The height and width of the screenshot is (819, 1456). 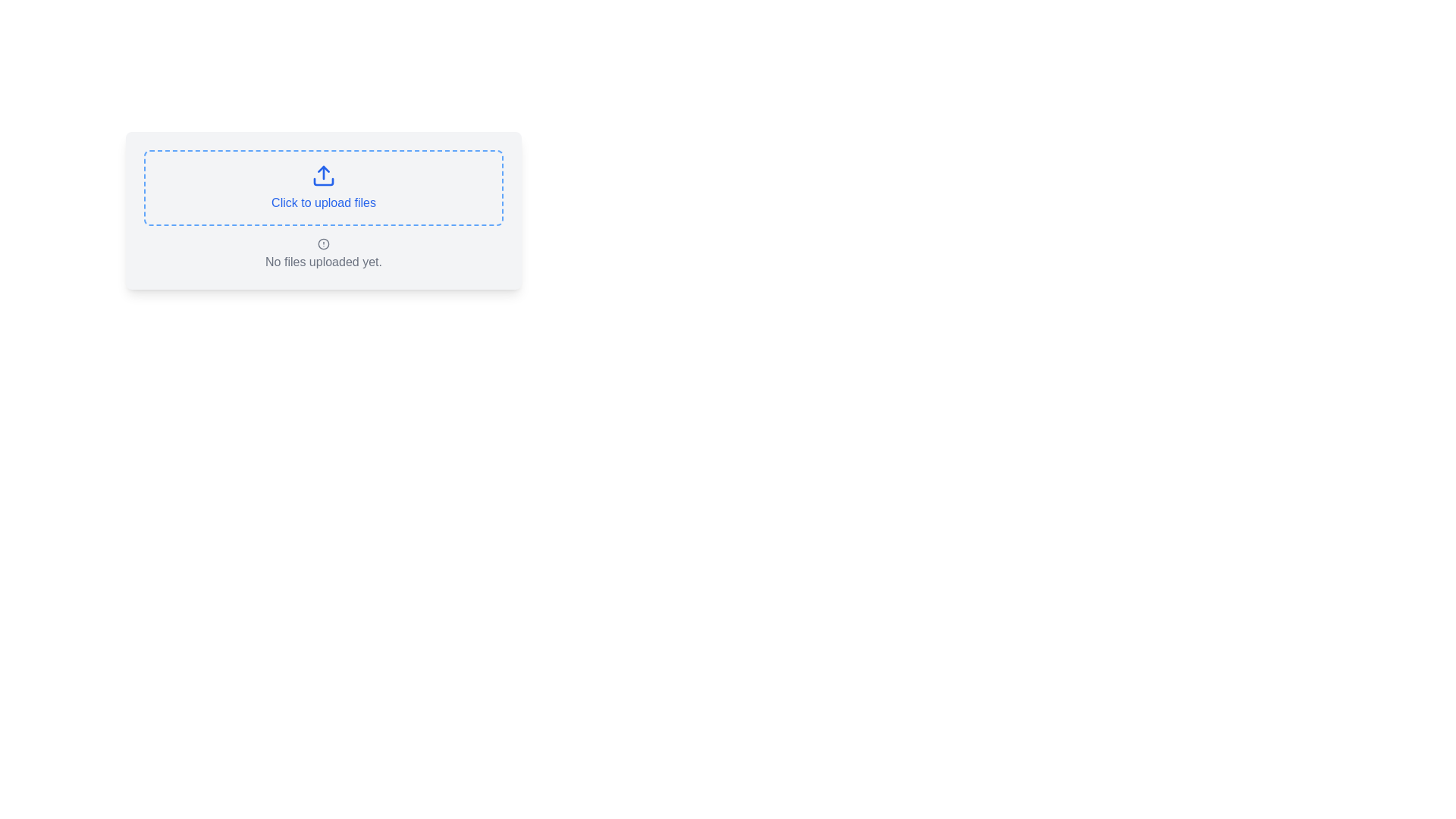 What do you see at coordinates (323, 174) in the screenshot?
I see `the blue upward-pointing arrow icon representing an upload action, which is centered within a dashed rectangular area containing the text 'Click to upload files'` at bounding box center [323, 174].